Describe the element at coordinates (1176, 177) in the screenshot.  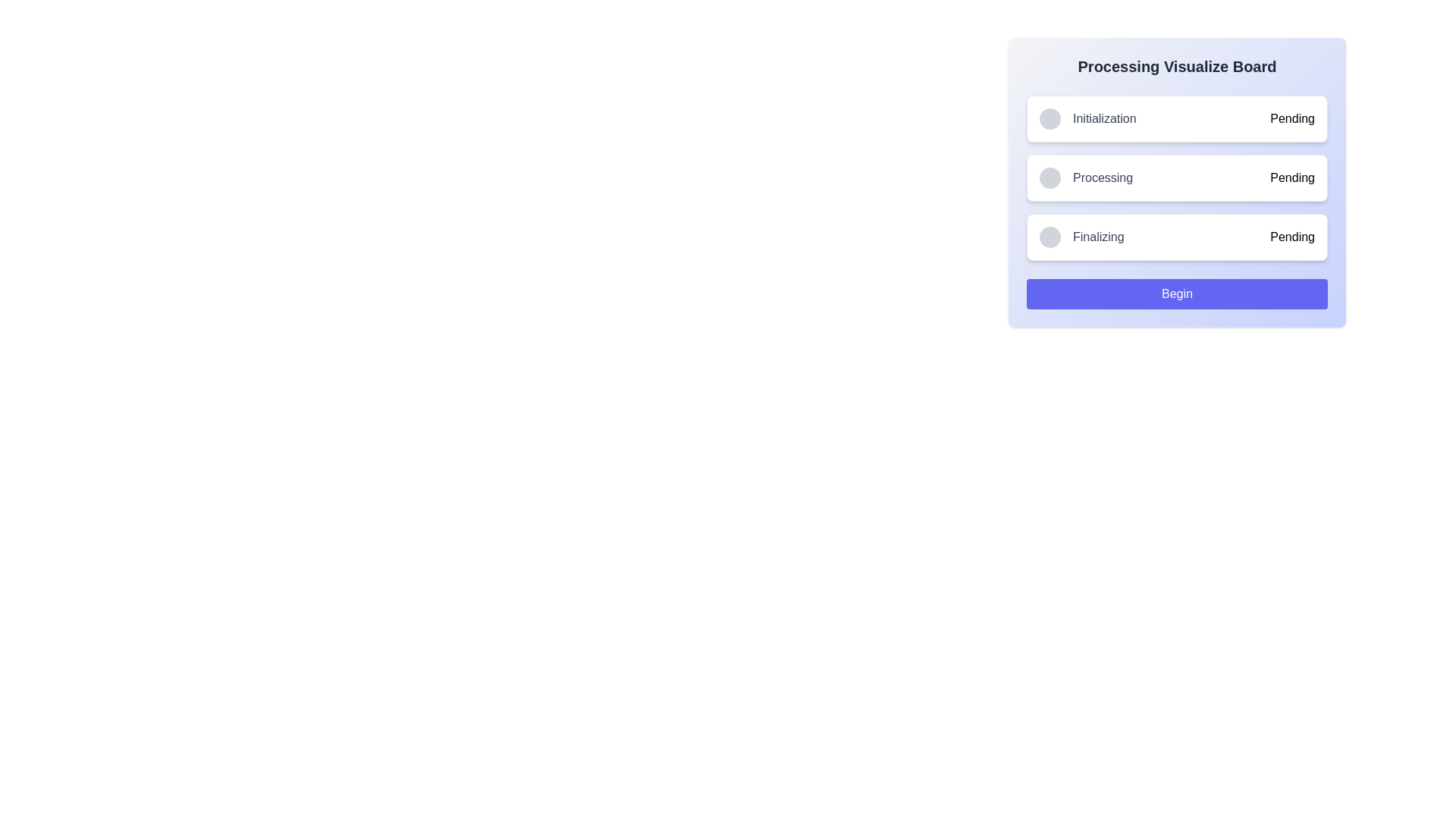
I see `the visual status of the 'Processing' section in the multi-step status indicator panel, which is centered below the 'Processing Visualize Board' title and above the 'Begin' button` at that location.